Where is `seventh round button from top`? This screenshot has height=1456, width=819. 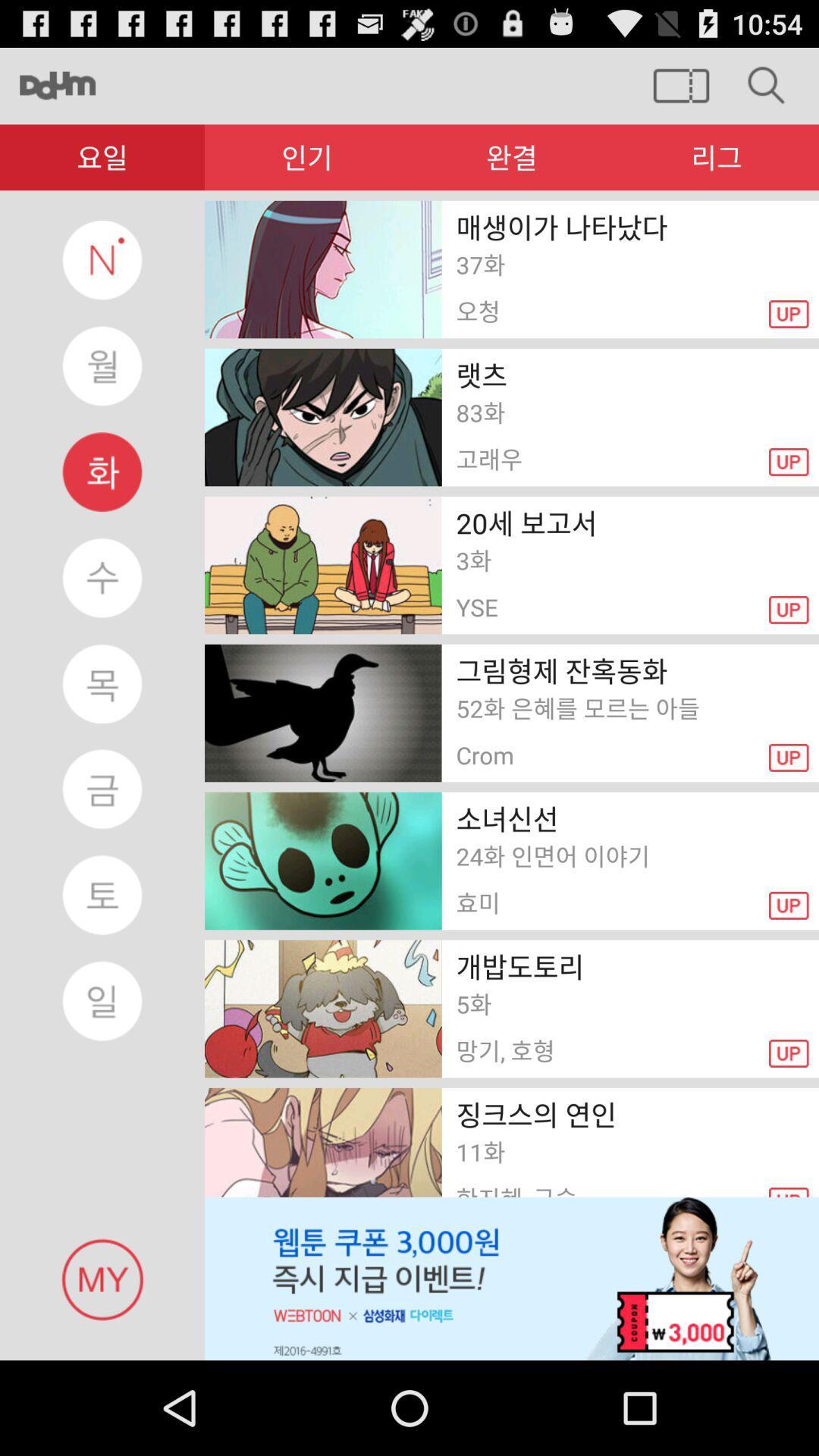 seventh round button from top is located at coordinates (102, 895).